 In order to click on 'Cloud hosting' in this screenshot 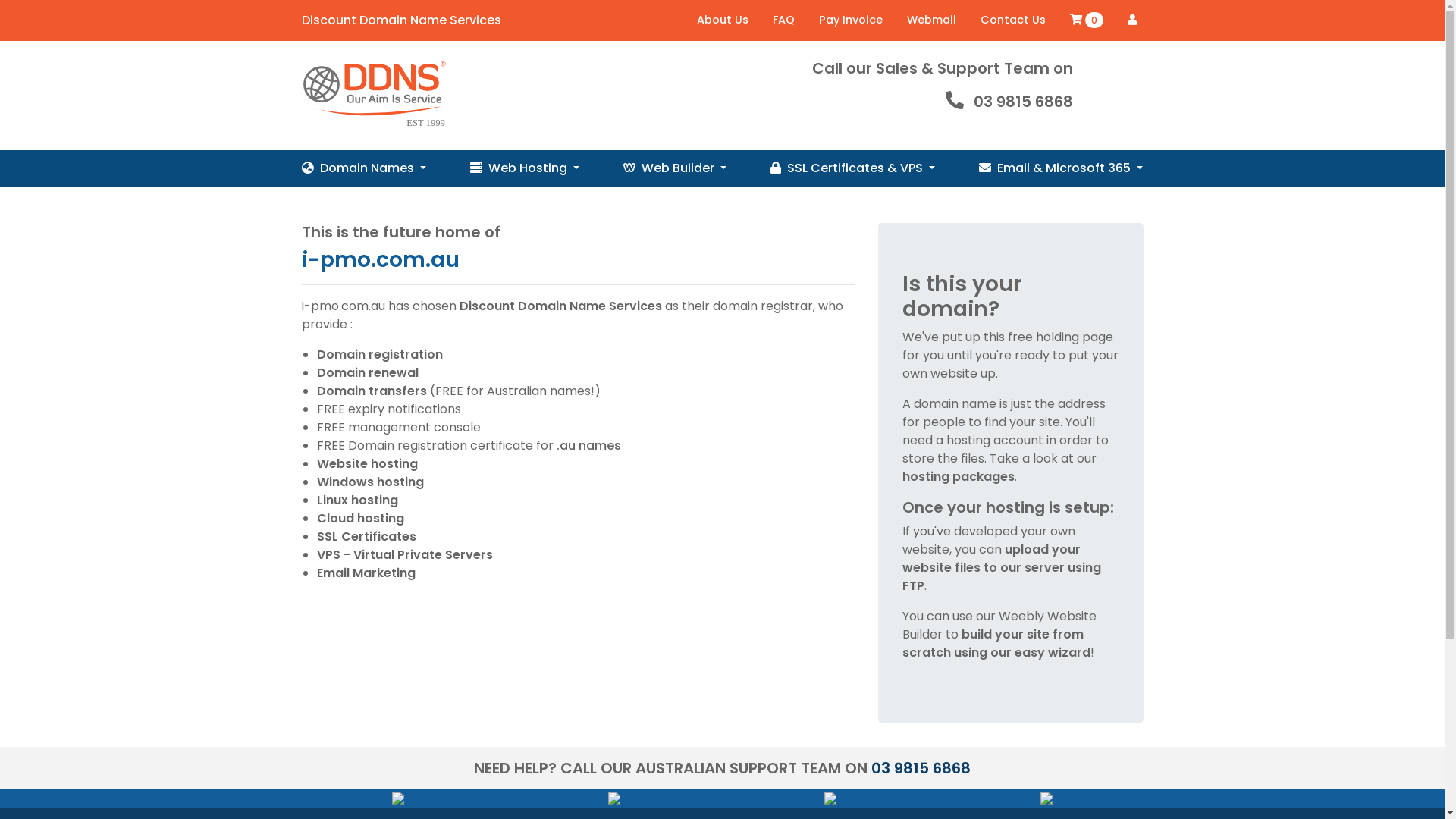, I will do `click(359, 517)`.